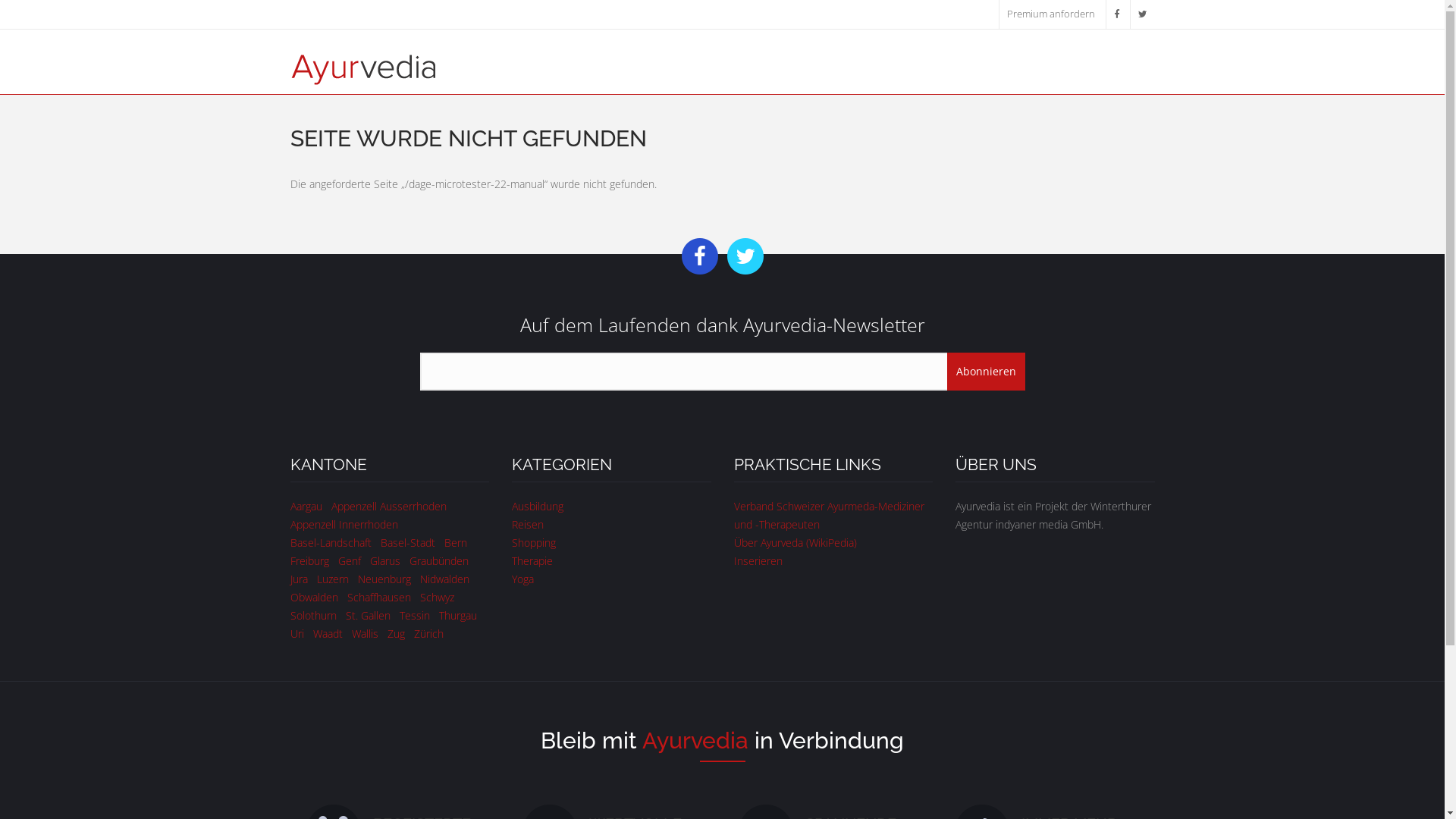 Image resolution: width=1456 pixels, height=819 pixels. I want to click on 'Neuenburg', so click(384, 579).